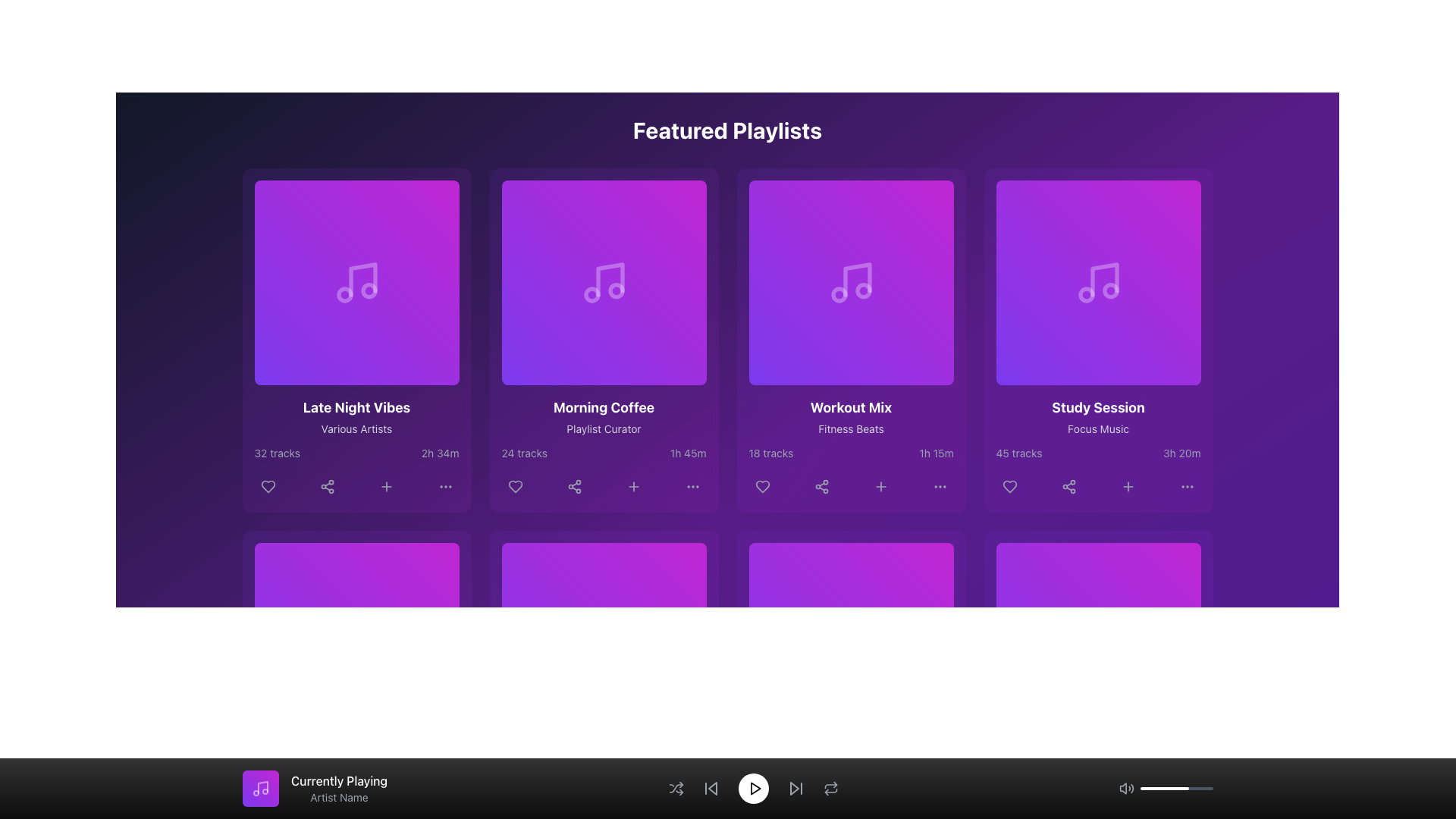  I want to click on the shuffle icon in the rightmost section of the bottom bar, so click(675, 788).